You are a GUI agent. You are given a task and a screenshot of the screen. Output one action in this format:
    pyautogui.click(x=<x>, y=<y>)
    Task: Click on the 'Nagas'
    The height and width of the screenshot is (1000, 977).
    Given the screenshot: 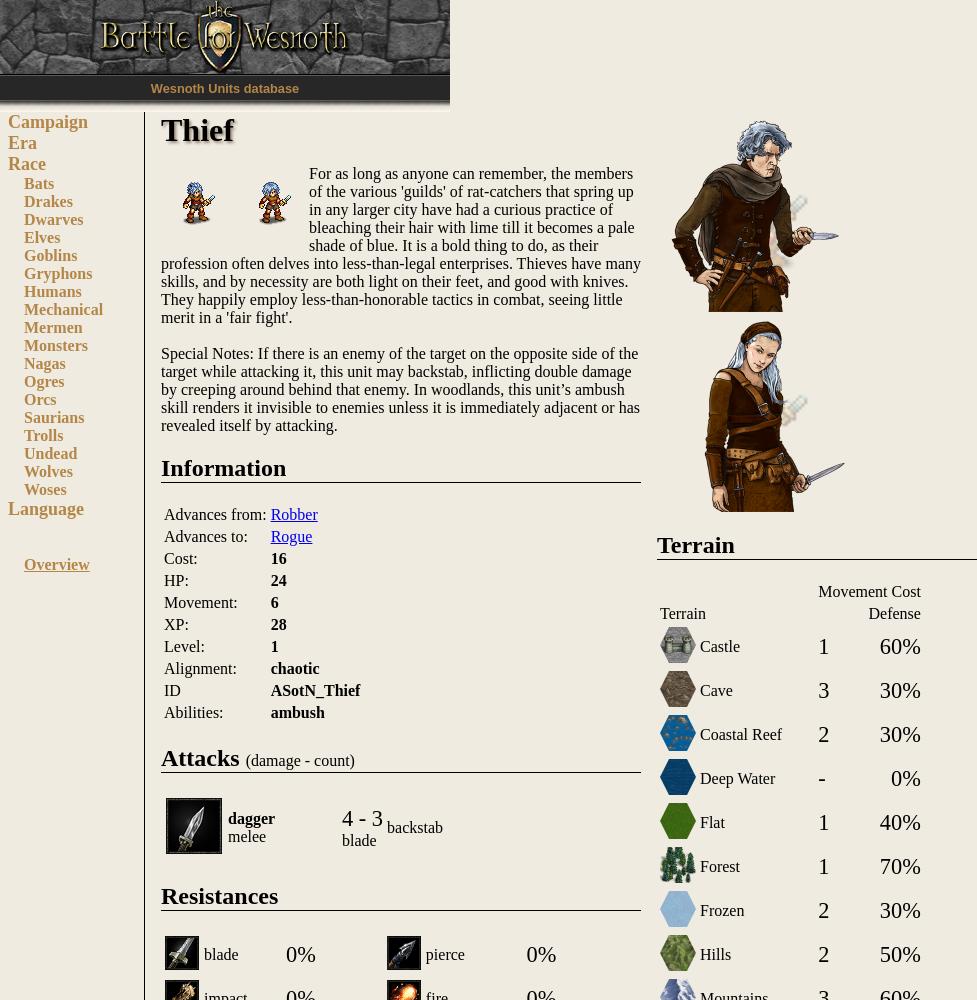 What is the action you would take?
    pyautogui.click(x=44, y=362)
    